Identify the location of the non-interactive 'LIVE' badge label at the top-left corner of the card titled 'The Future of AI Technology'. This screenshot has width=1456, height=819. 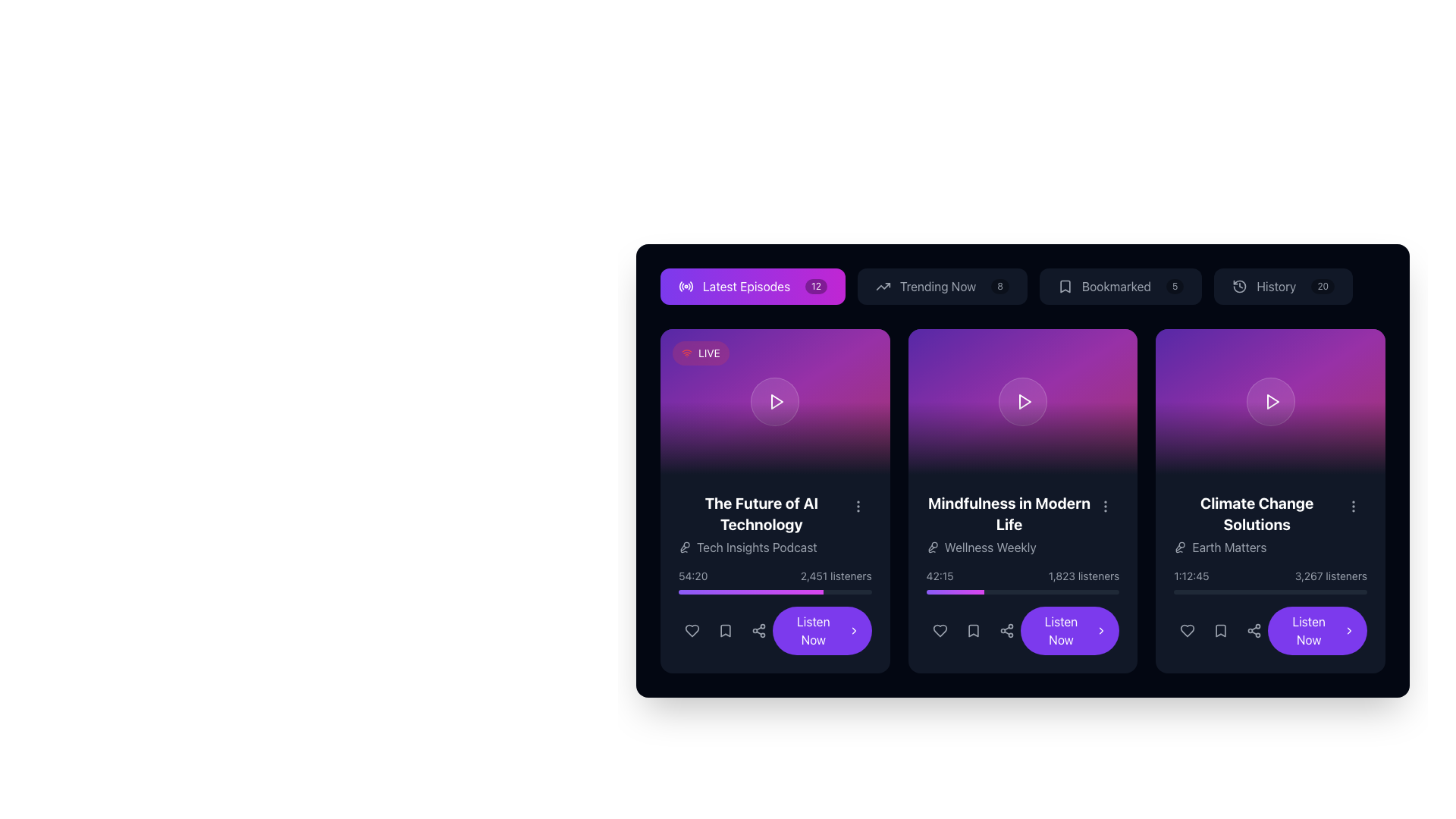
(700, 353).